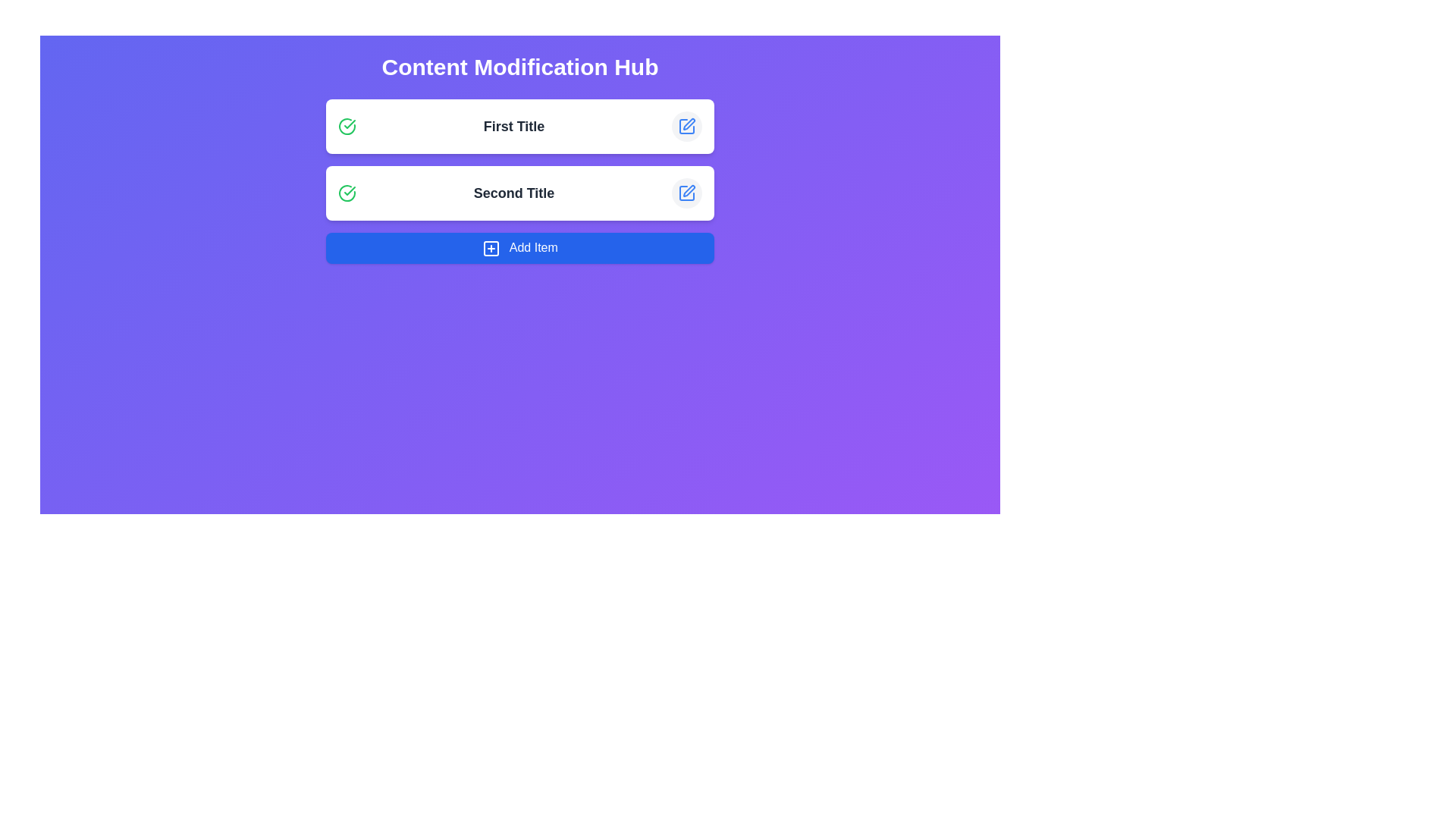  What do you see at coordinates (687, 124) in the screenshot?
I see `the interactive edit icon located on the right-hand side next to the 'First Title' label within a white card to initiate the edit action` at bounding box center [687, 124].